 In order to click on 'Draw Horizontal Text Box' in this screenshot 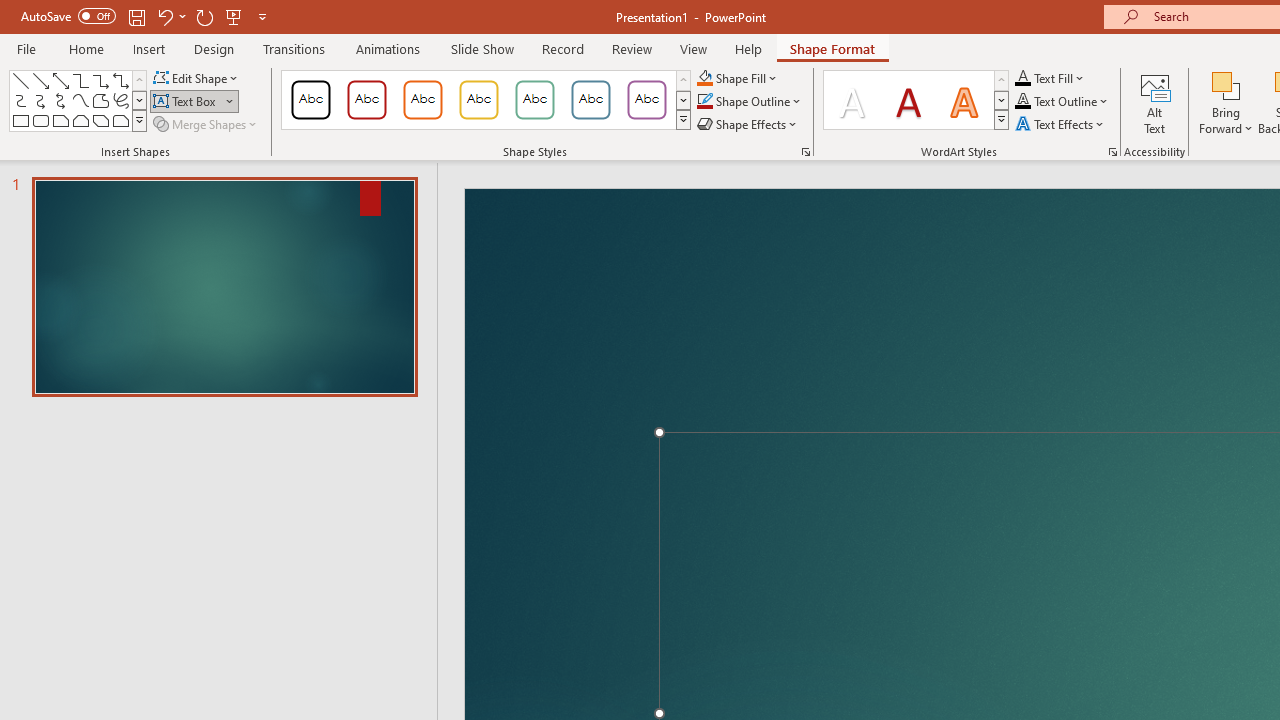, I will do `click(186, 101)`.